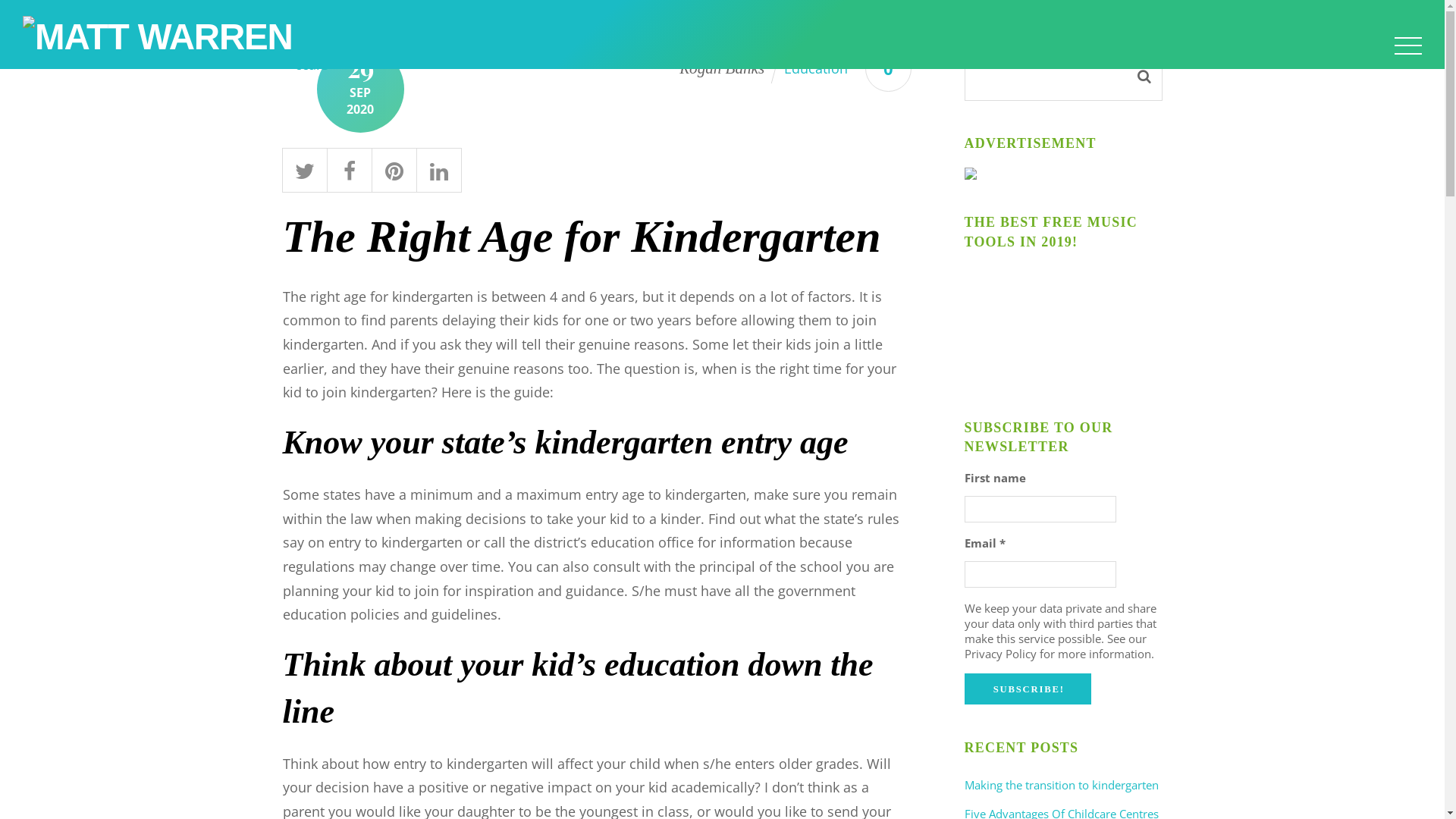  I want to click on 'Education', so click(814, 67).